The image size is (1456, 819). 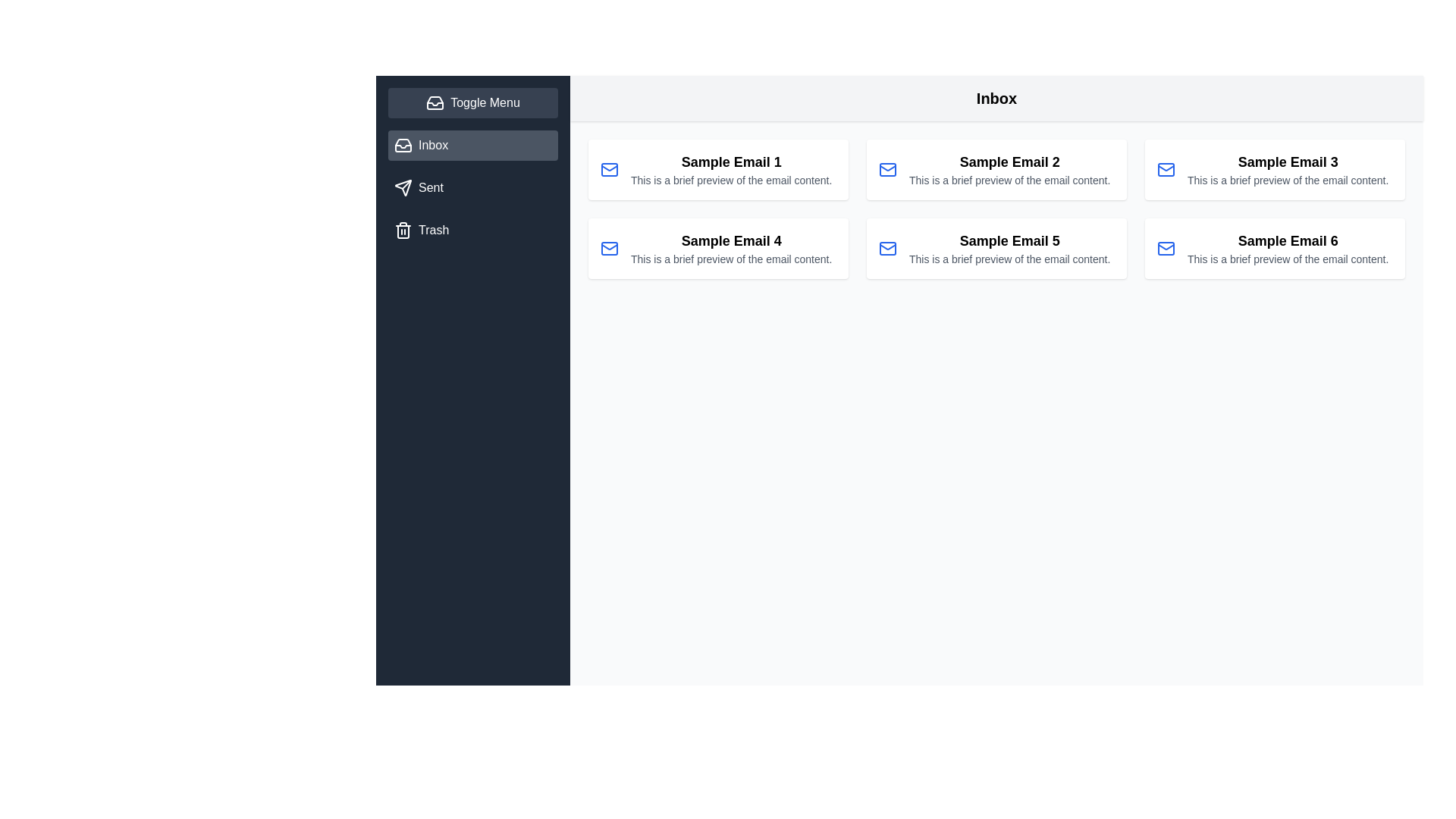 I want to click on the envelope icon representing the email in the 'Sample Email 3' card located in the second row and first column of the email list section, so click(x=1165, y=169).